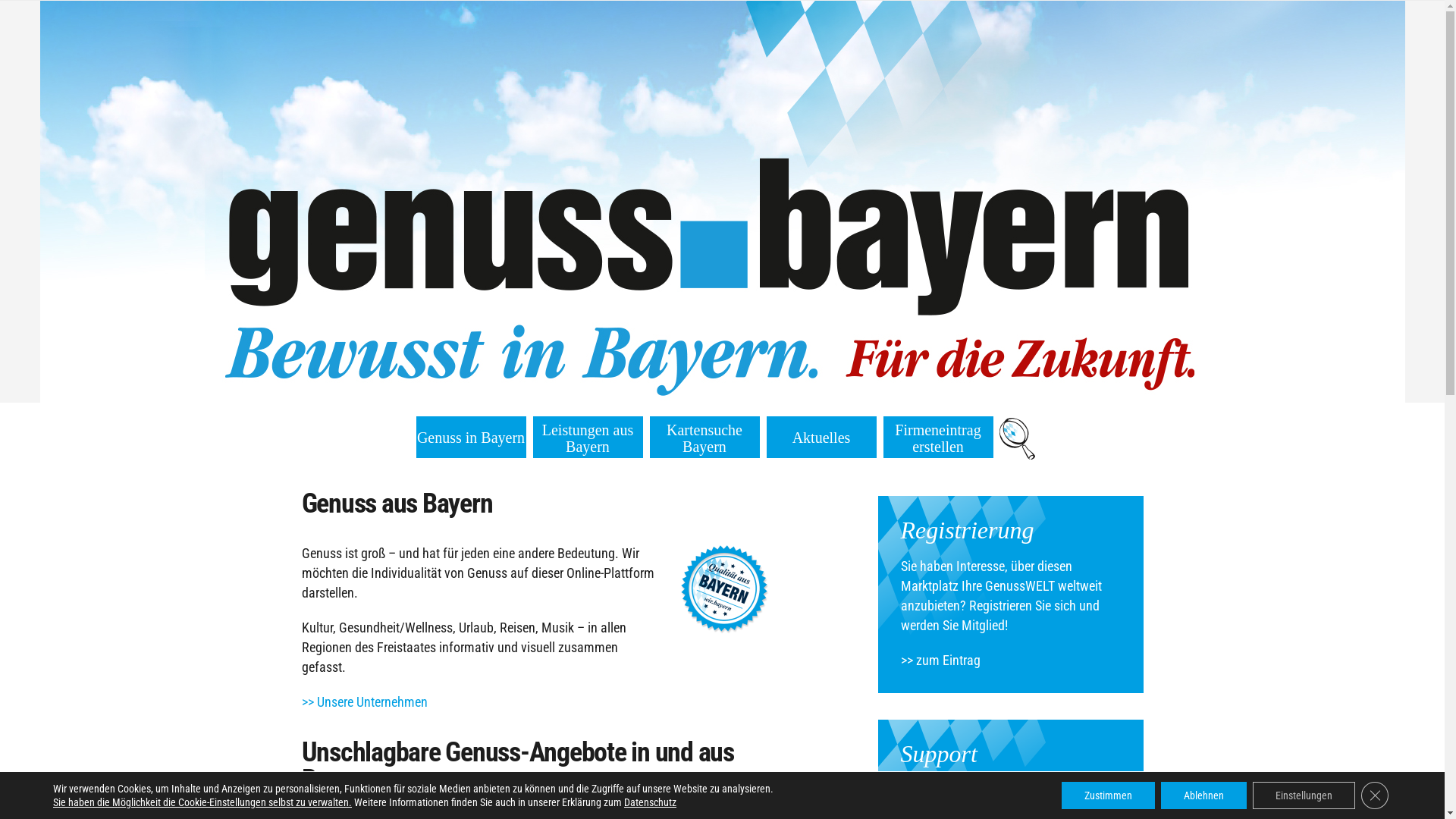  I want to click on '>> Unsere Unternehmen', so click(364, 701).